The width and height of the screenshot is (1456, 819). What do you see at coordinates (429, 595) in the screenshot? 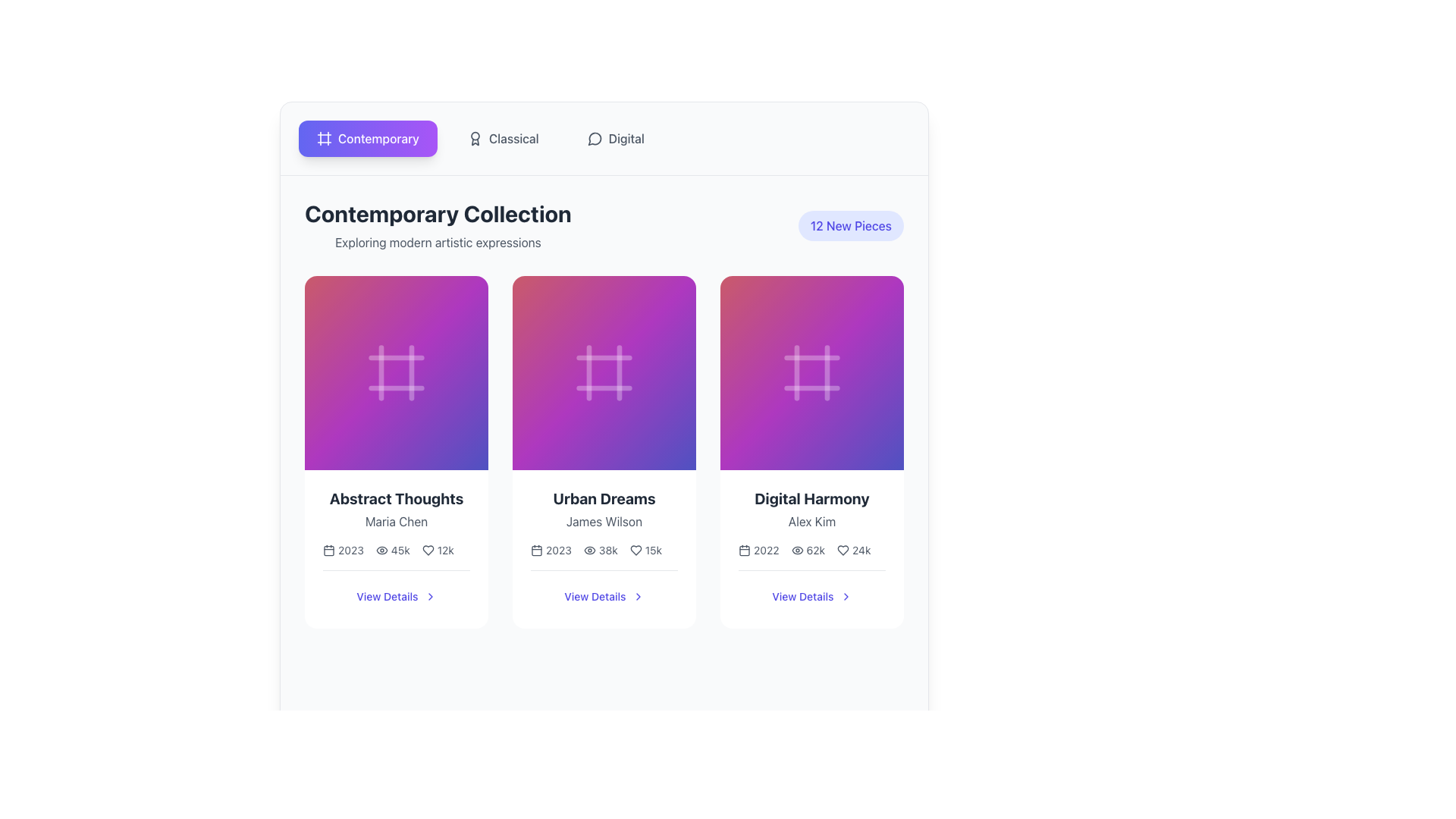
I see `the right-facing chevron icon next to the text 'View Details'` at bounding box center [429, 595].